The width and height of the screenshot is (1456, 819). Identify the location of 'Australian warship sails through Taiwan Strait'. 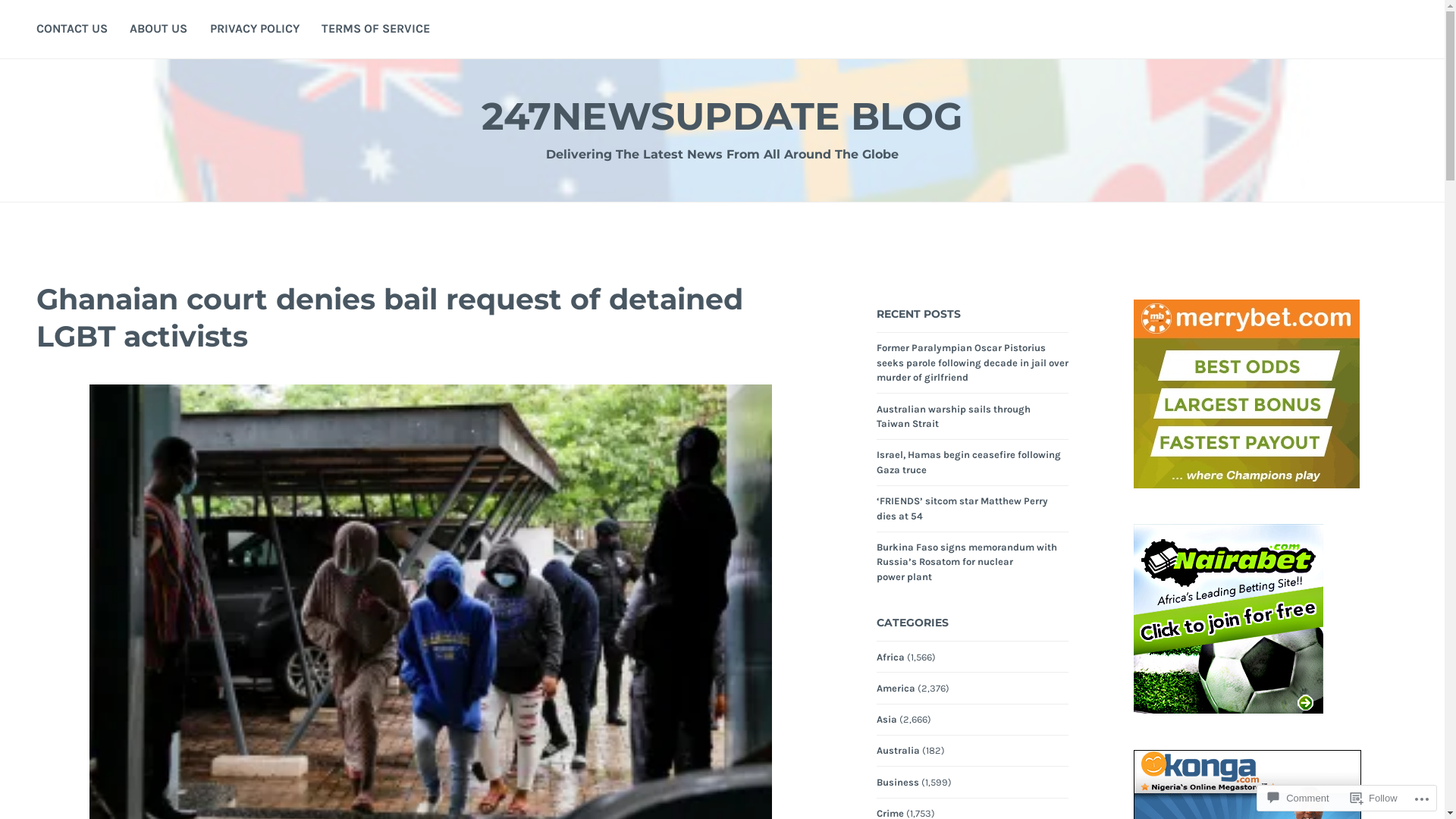
(952, 417).